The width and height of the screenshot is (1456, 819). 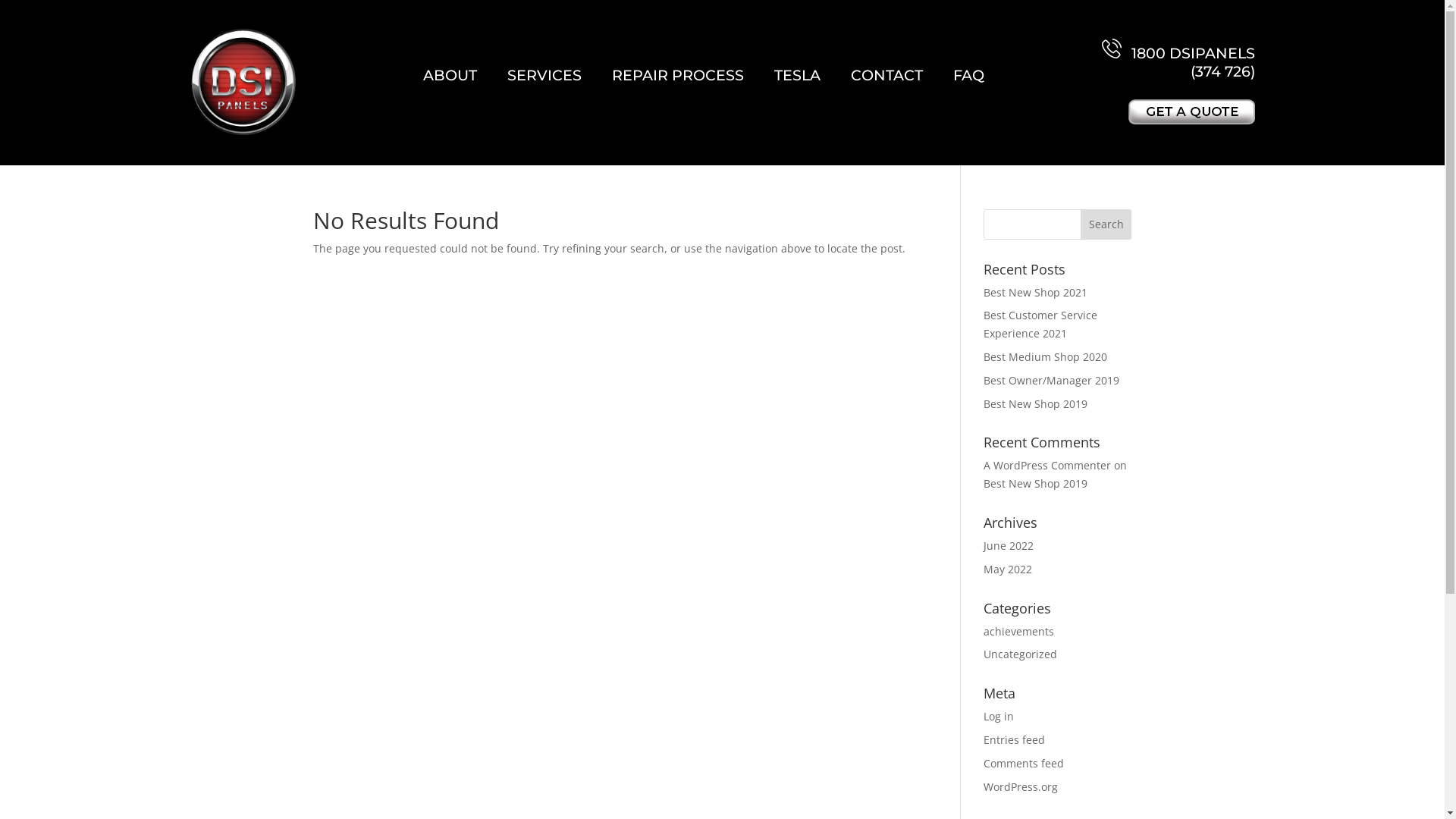 I want to click on 'Comments feed', so click(x=1023, y=763).